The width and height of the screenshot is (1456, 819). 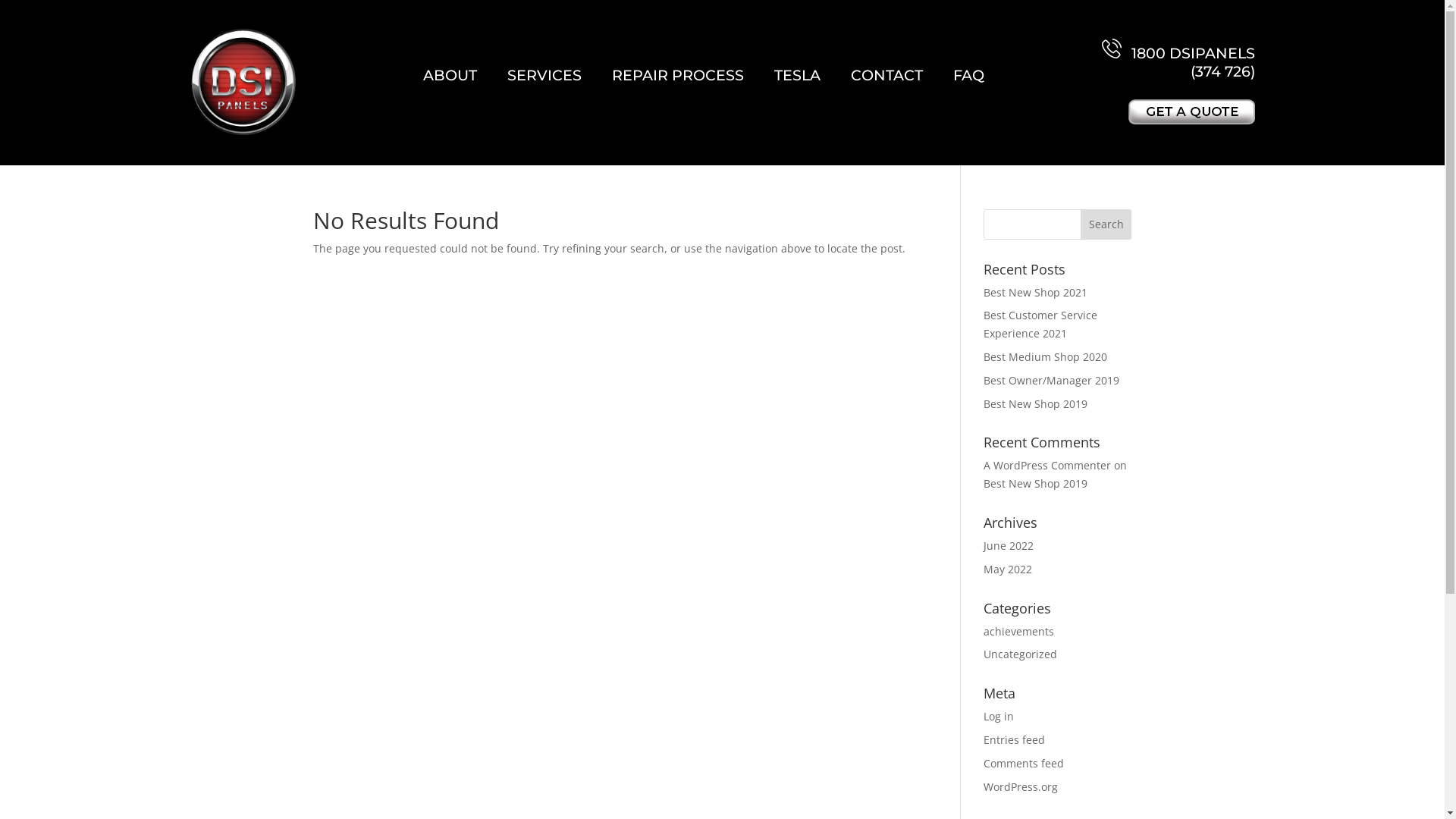 I want to click on 'Comments feed', so click(x=1023, y=763).